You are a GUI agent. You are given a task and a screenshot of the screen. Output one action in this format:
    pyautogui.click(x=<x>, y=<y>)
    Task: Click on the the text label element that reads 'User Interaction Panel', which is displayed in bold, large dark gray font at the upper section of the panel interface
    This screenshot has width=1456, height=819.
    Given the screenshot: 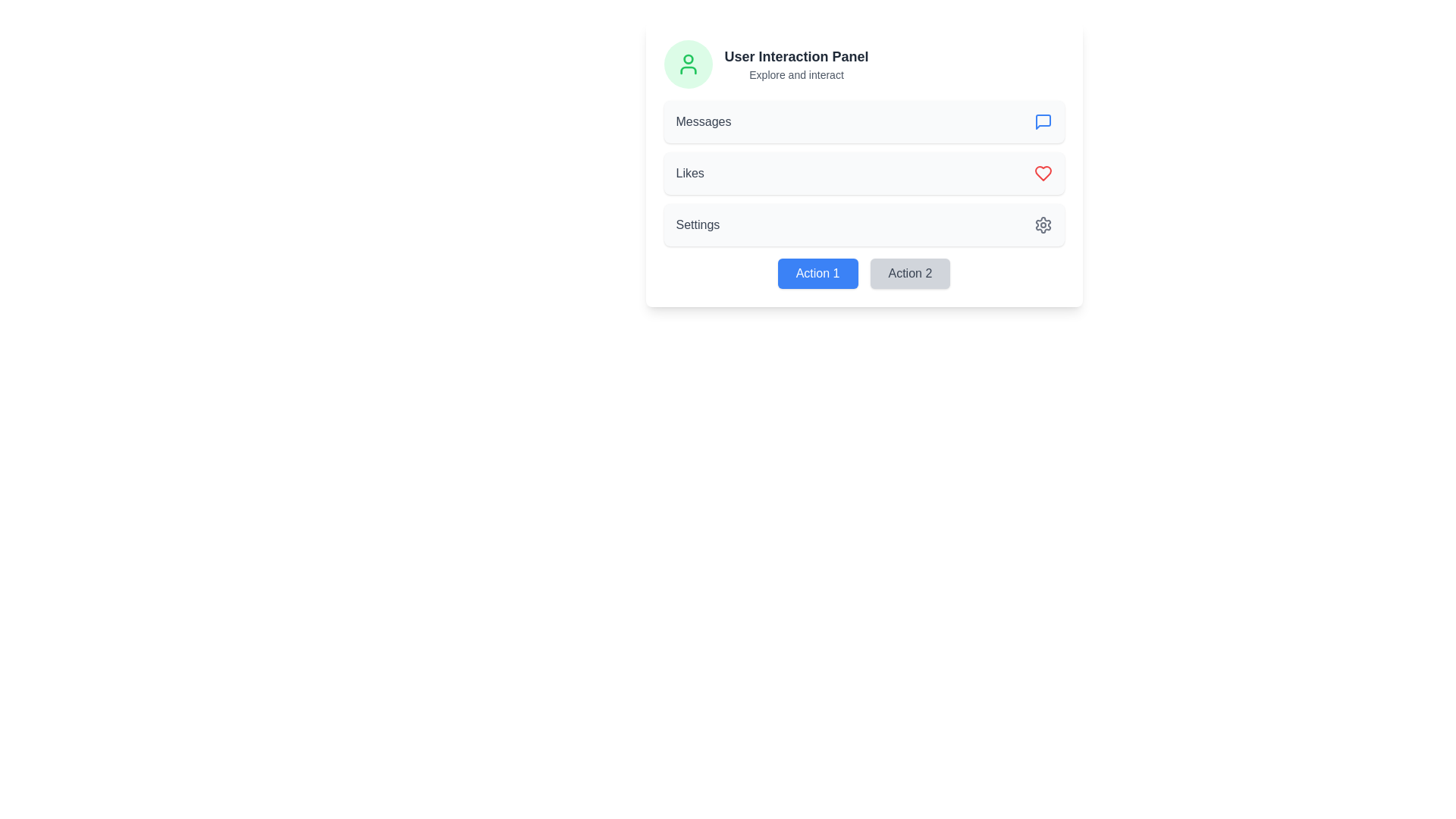 What is the action you would take?
    pyautogui.click(x=795, y=55)
    